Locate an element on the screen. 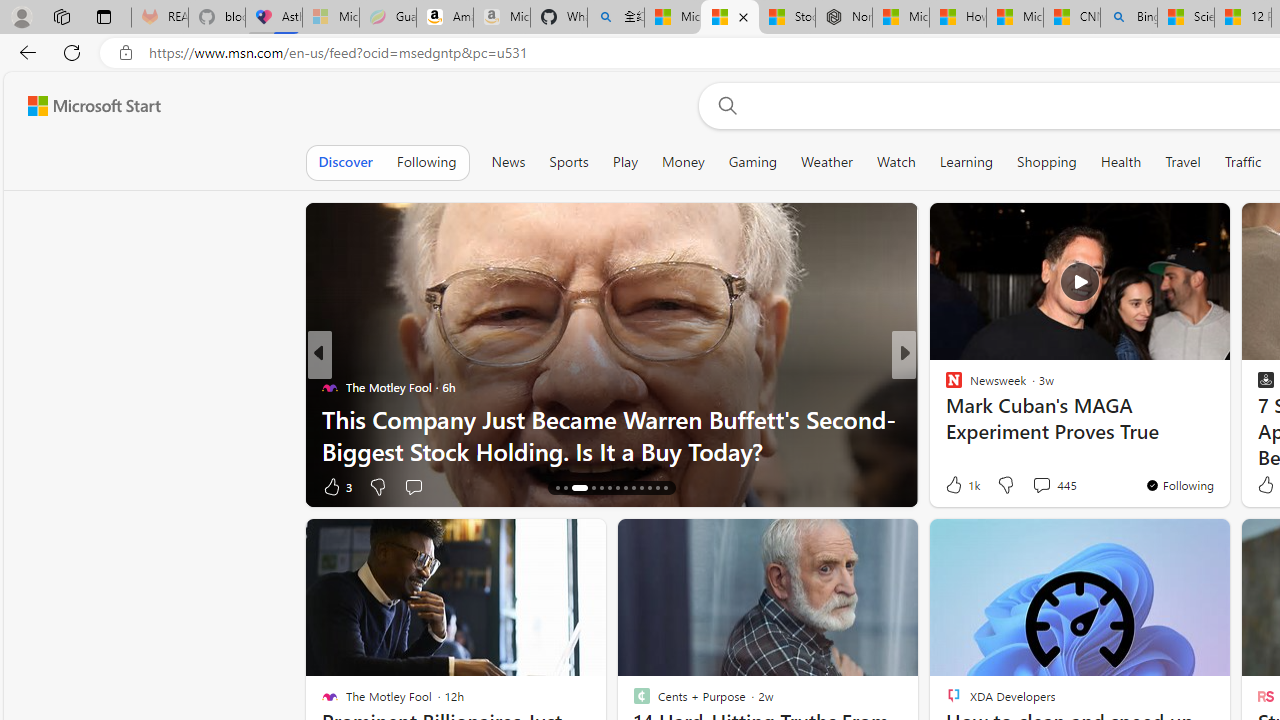  'View comments 38 Comment' is located at coordinates (1050, 486).